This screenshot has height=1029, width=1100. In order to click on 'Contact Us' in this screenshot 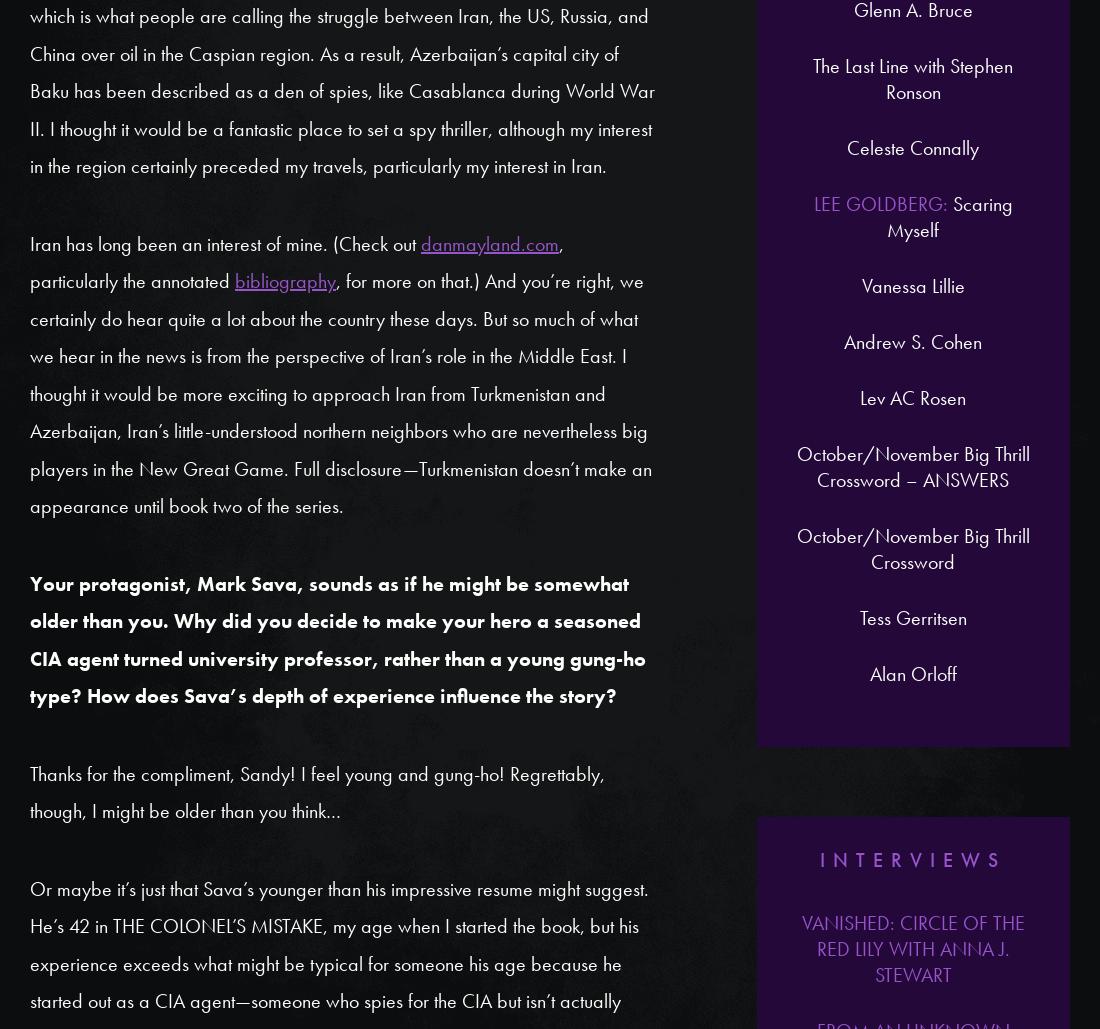, I will do `click(770, 316)`.